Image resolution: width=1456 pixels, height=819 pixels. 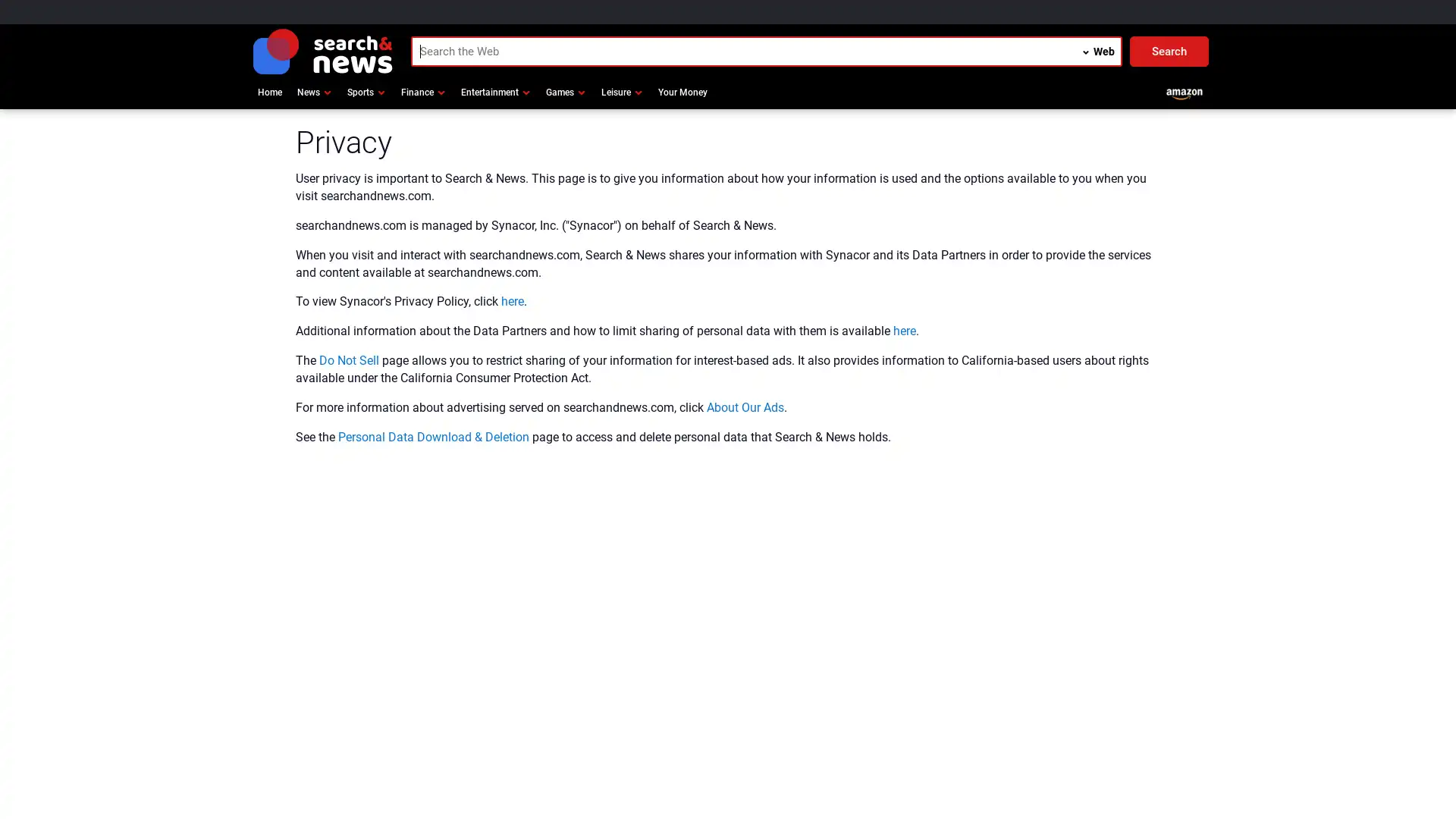 What do you see at coordinates (1168, 51) in the screenshot?
I see `Search` at bounding box center [1168, 51].